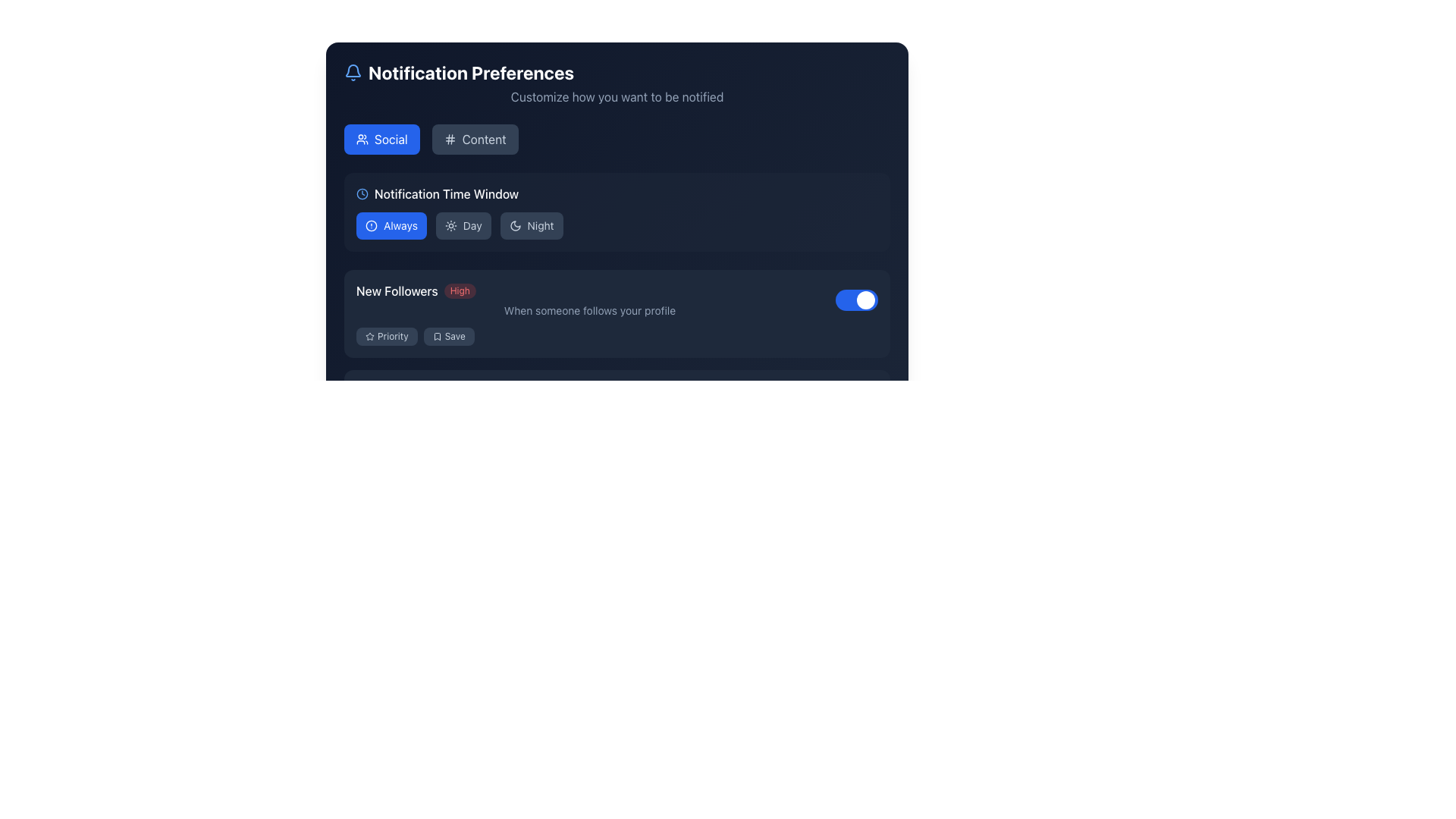  I want to click on the first button below the 'New Followers' section, so click(387, 436).